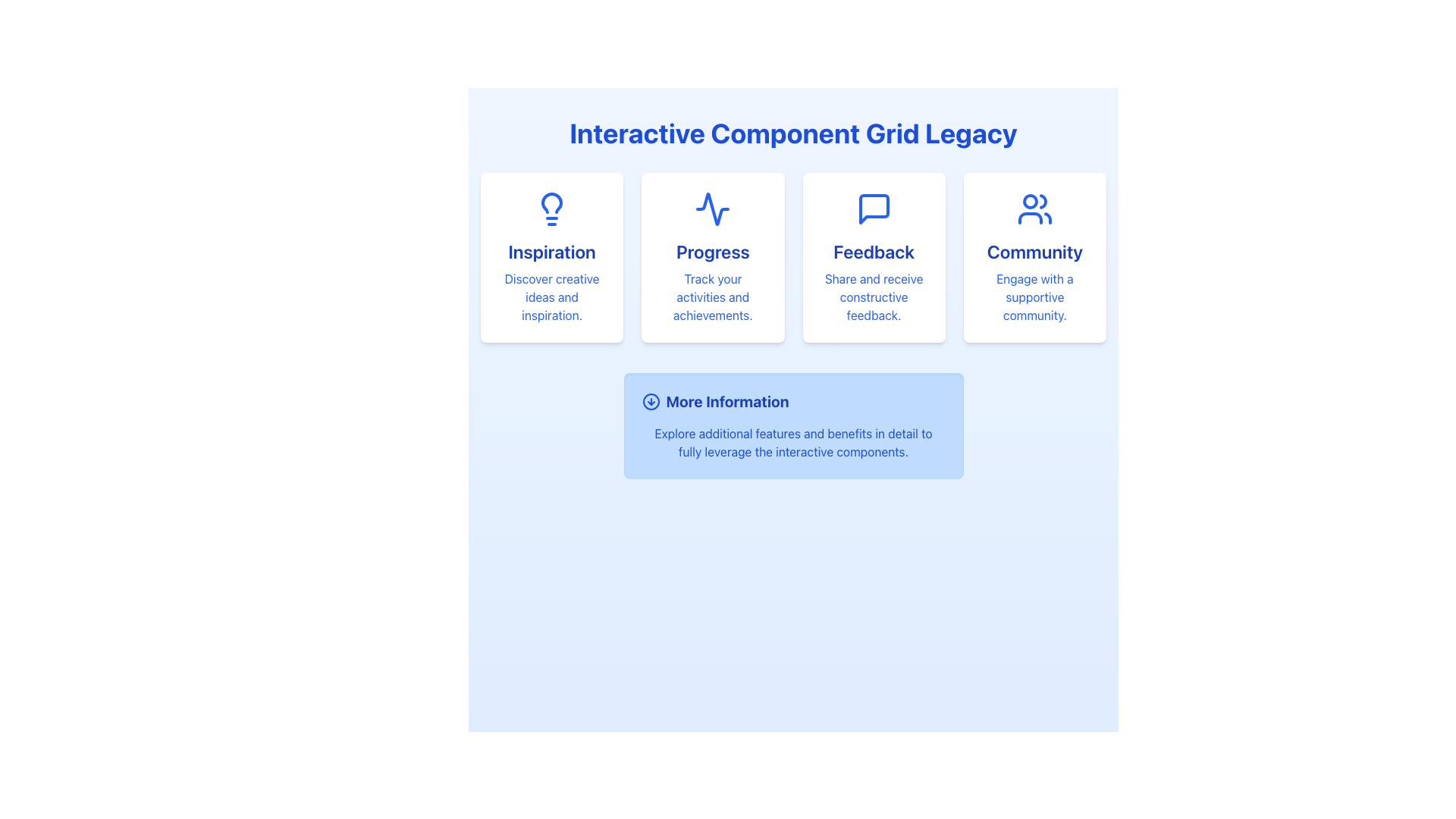 This screenshot has width=1456, height=819. What do you see at coordinates (651, 400) in the screenshot?
I see `the information icon located to the left of the text 'More Information' to gather contextual details about the section` at bounding box center [651, 400].